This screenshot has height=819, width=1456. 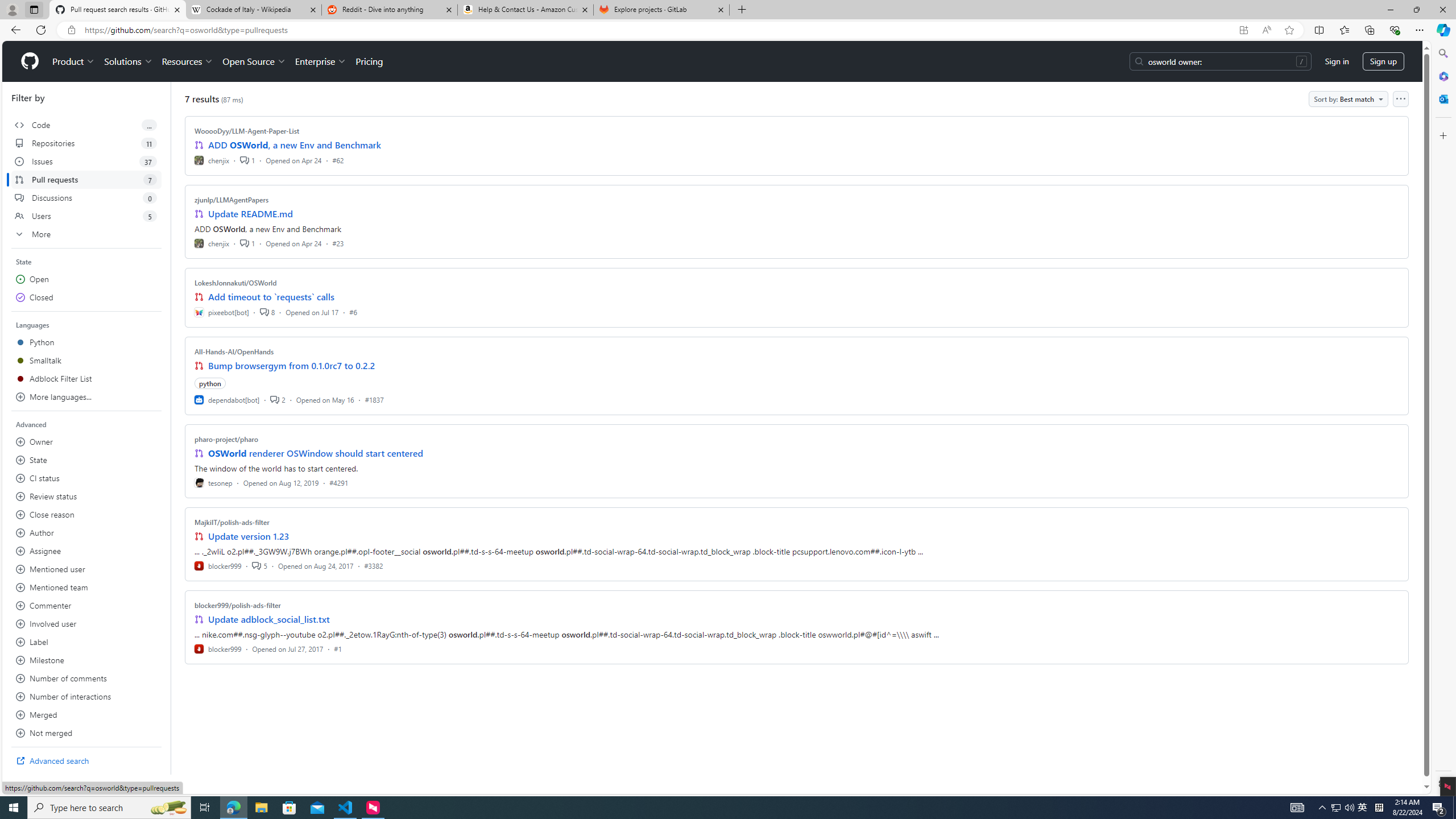 I want to click on 'Advanced search', so click(x=86, y=760).